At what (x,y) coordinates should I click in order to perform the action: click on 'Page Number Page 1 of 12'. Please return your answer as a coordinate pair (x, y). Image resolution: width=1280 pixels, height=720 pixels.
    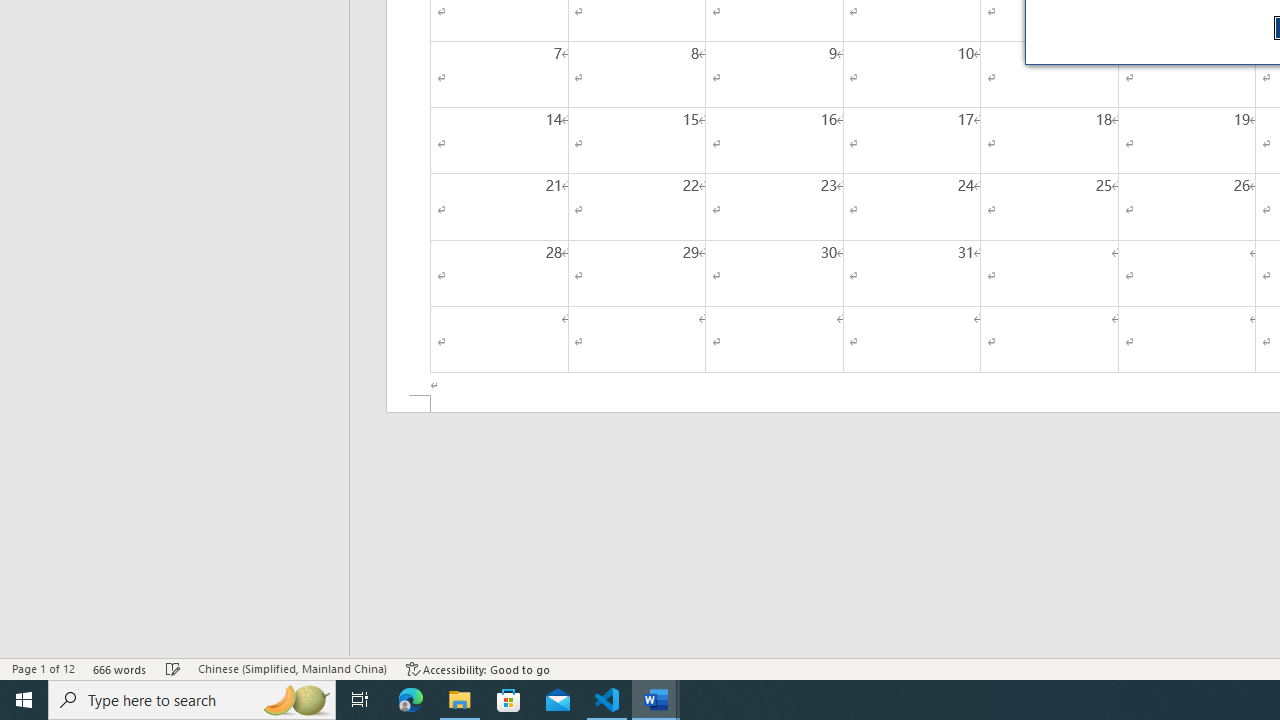
    Looking at the image, I should click on (43, 669).